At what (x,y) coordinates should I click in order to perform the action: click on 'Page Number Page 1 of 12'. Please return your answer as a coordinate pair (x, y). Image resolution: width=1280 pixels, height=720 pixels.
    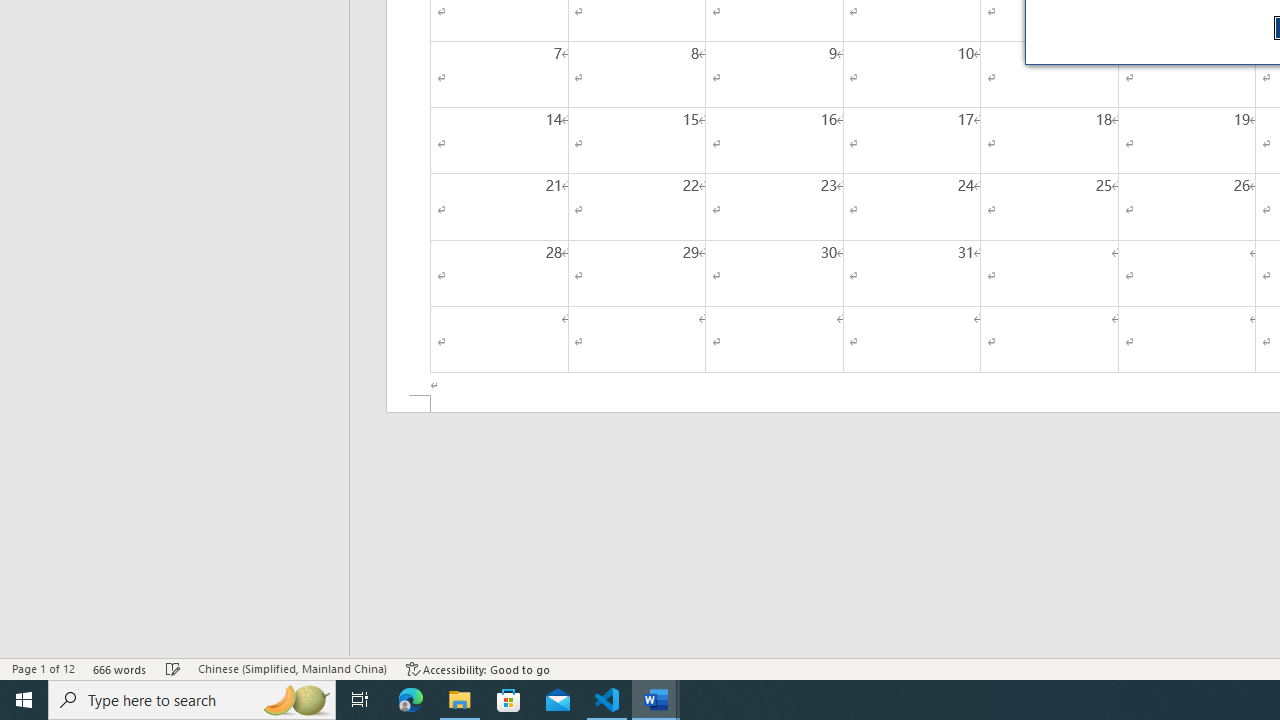
    Looking at the image, I should click on (43, 669).